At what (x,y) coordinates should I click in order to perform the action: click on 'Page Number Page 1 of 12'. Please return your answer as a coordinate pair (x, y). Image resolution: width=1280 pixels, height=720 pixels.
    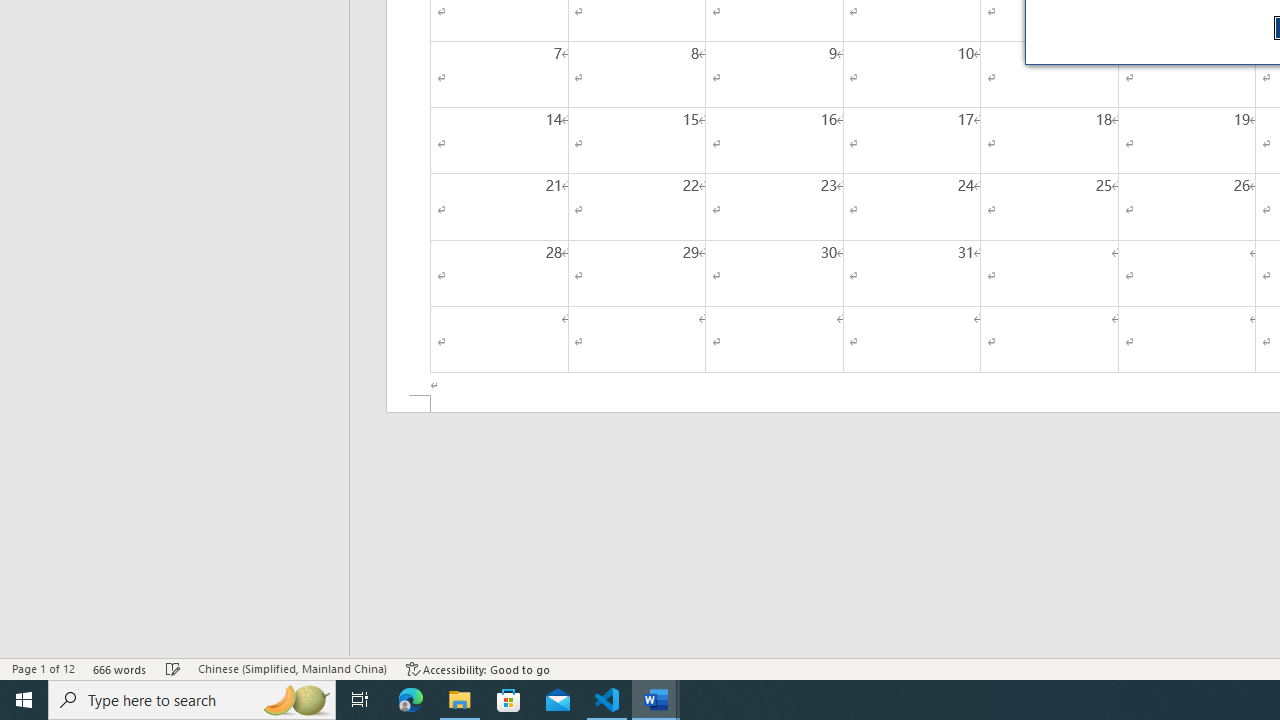
    Looking at the image, I should click on (43, 669).